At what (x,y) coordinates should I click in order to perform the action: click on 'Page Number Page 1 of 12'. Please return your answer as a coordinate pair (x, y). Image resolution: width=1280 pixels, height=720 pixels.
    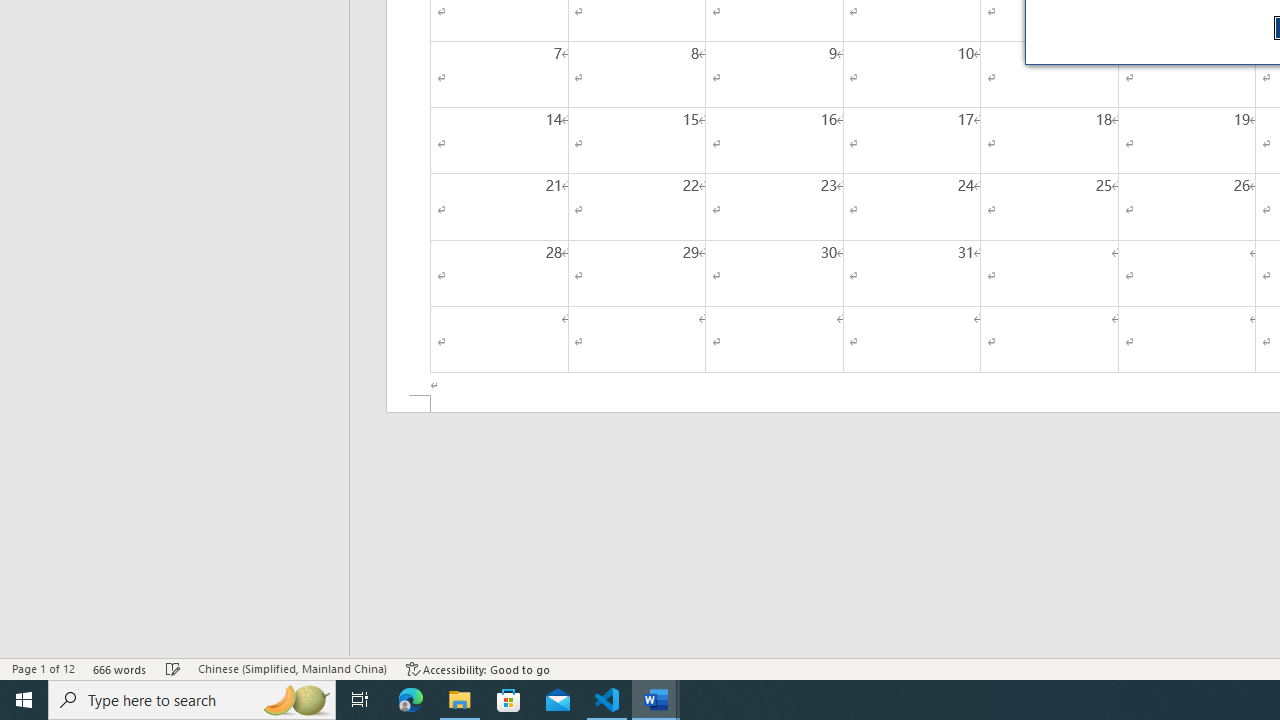
    Looking at the image, I should click on (43, 669).